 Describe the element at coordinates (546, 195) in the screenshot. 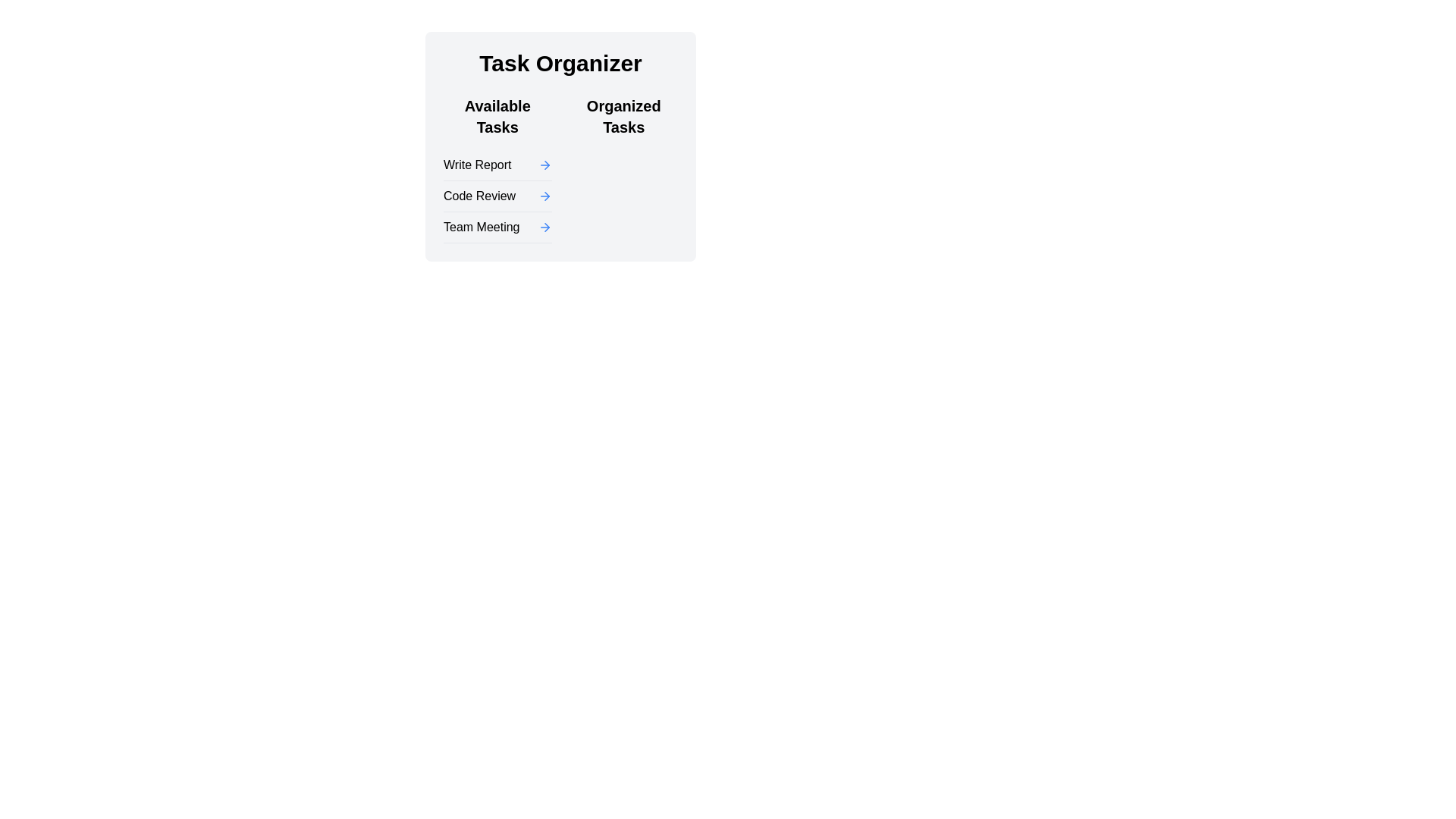

I see `the right-pointing arrow icon in the second row of the 'Available Tasks' section` at that location.